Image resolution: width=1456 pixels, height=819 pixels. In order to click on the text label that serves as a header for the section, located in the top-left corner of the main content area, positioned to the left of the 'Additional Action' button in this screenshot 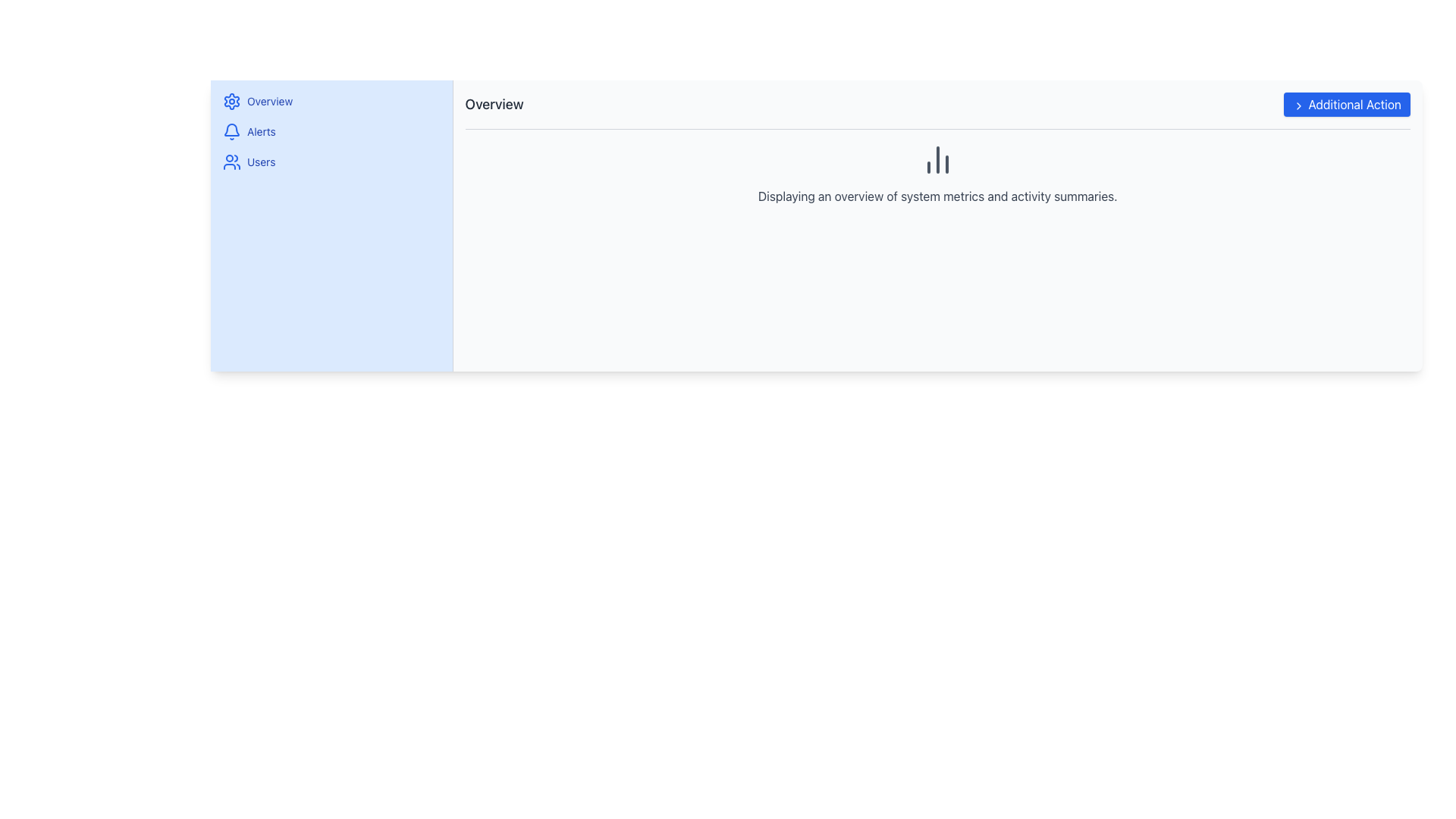, I will do `click(494, 104)`.